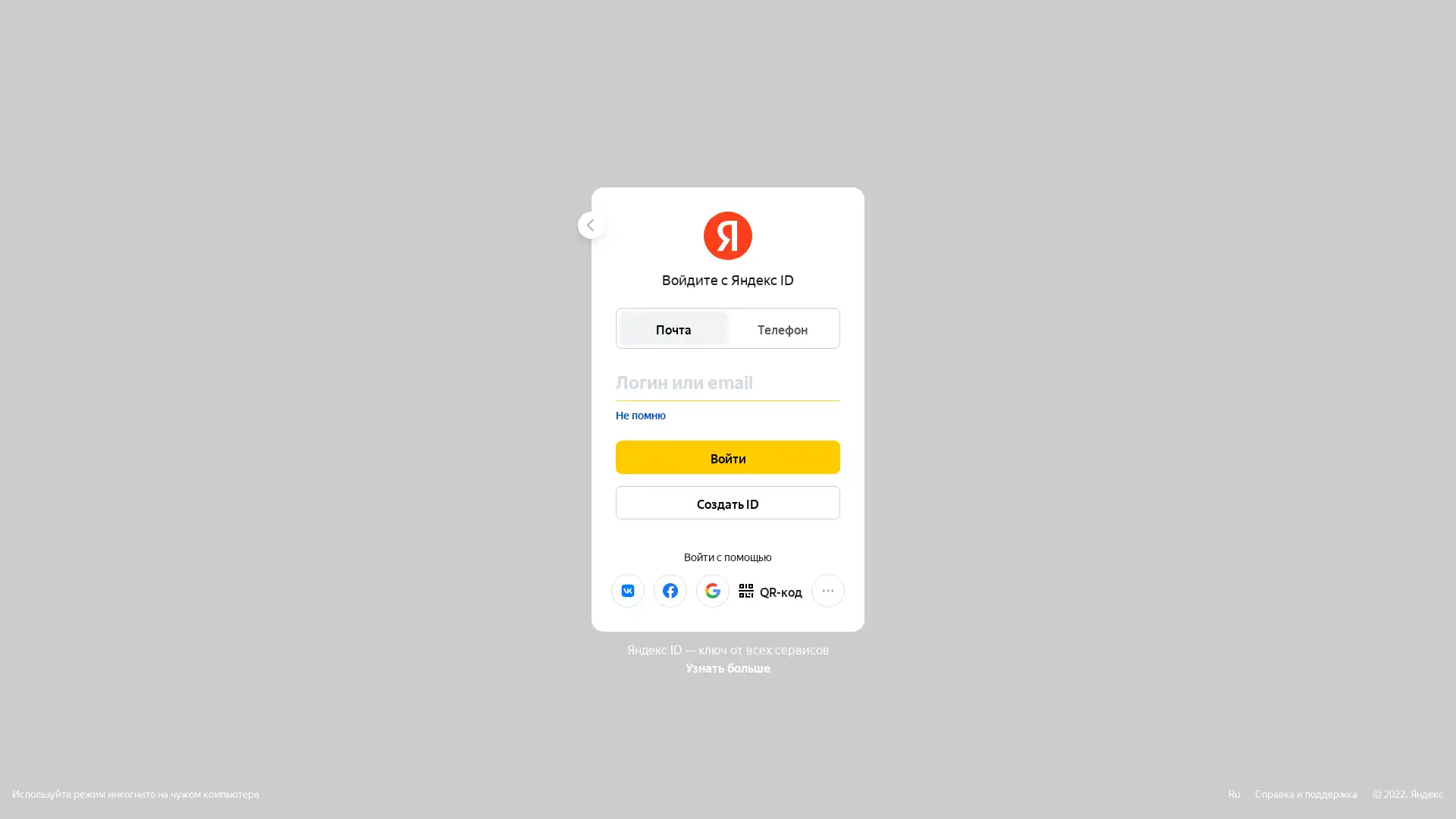 The image size is (1456, 819). I want to click on Facebook, so click(669, 589).